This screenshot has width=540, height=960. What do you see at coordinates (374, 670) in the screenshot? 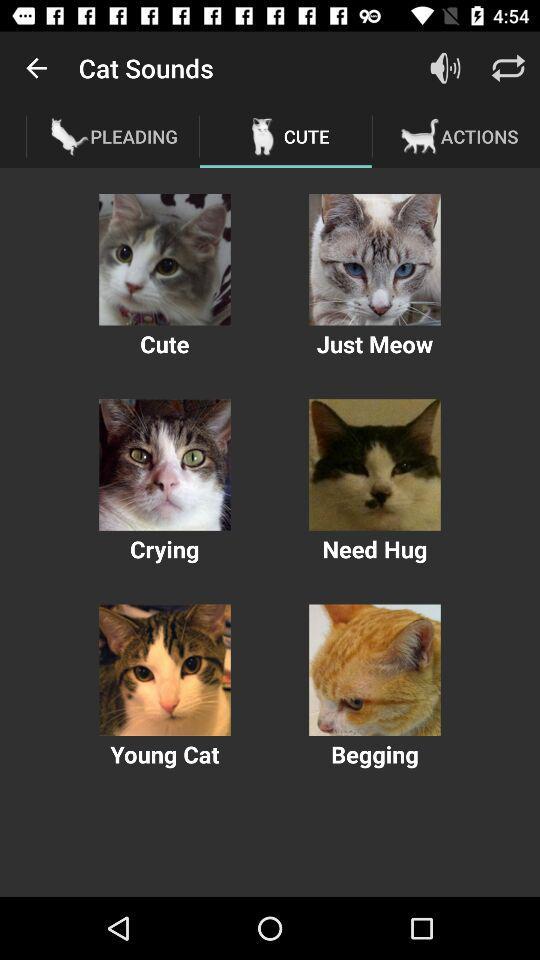
I see `option` at bounding box center [374, 670].